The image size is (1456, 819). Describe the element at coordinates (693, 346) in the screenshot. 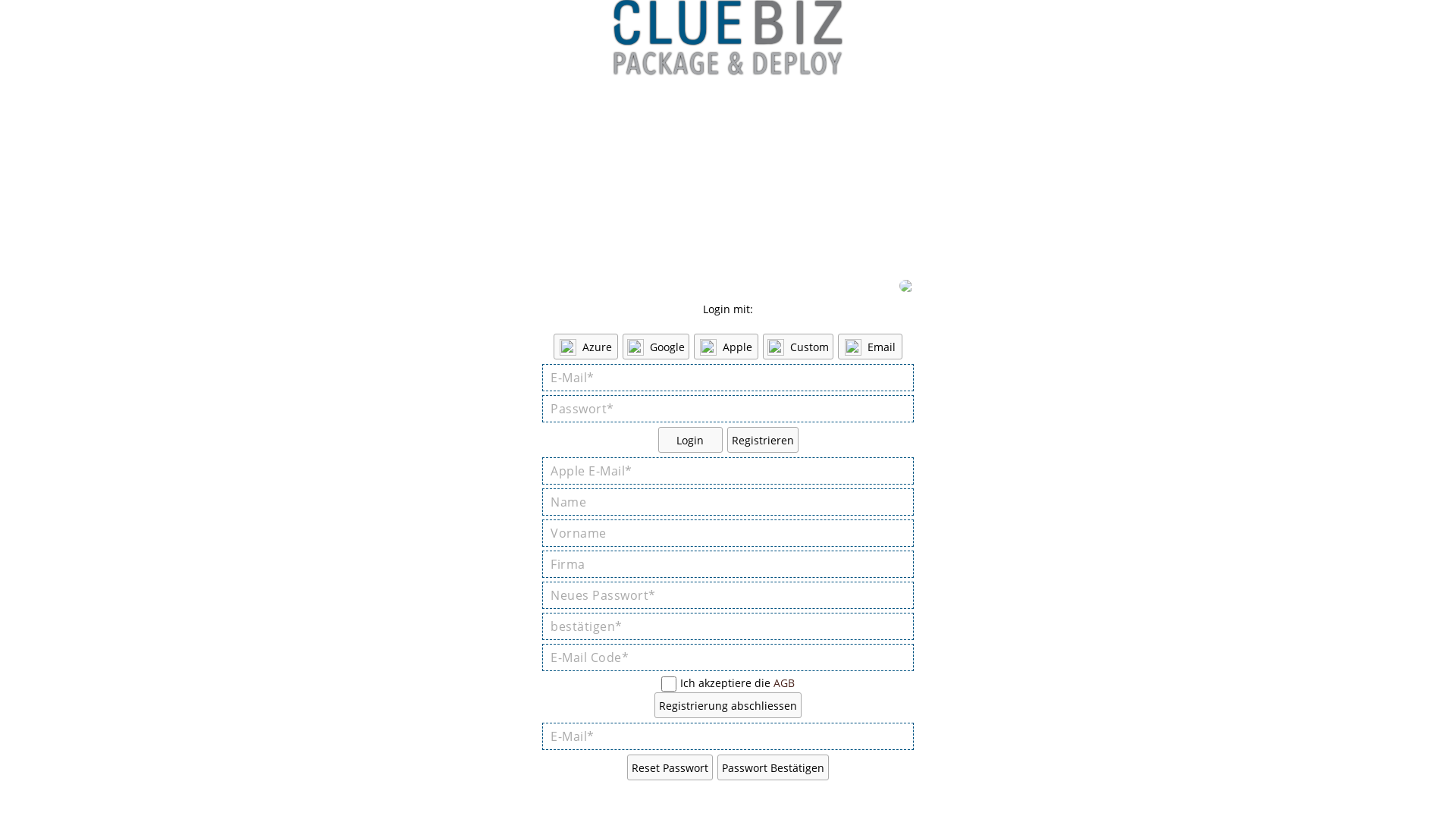

I see `'Apple'` at that location.